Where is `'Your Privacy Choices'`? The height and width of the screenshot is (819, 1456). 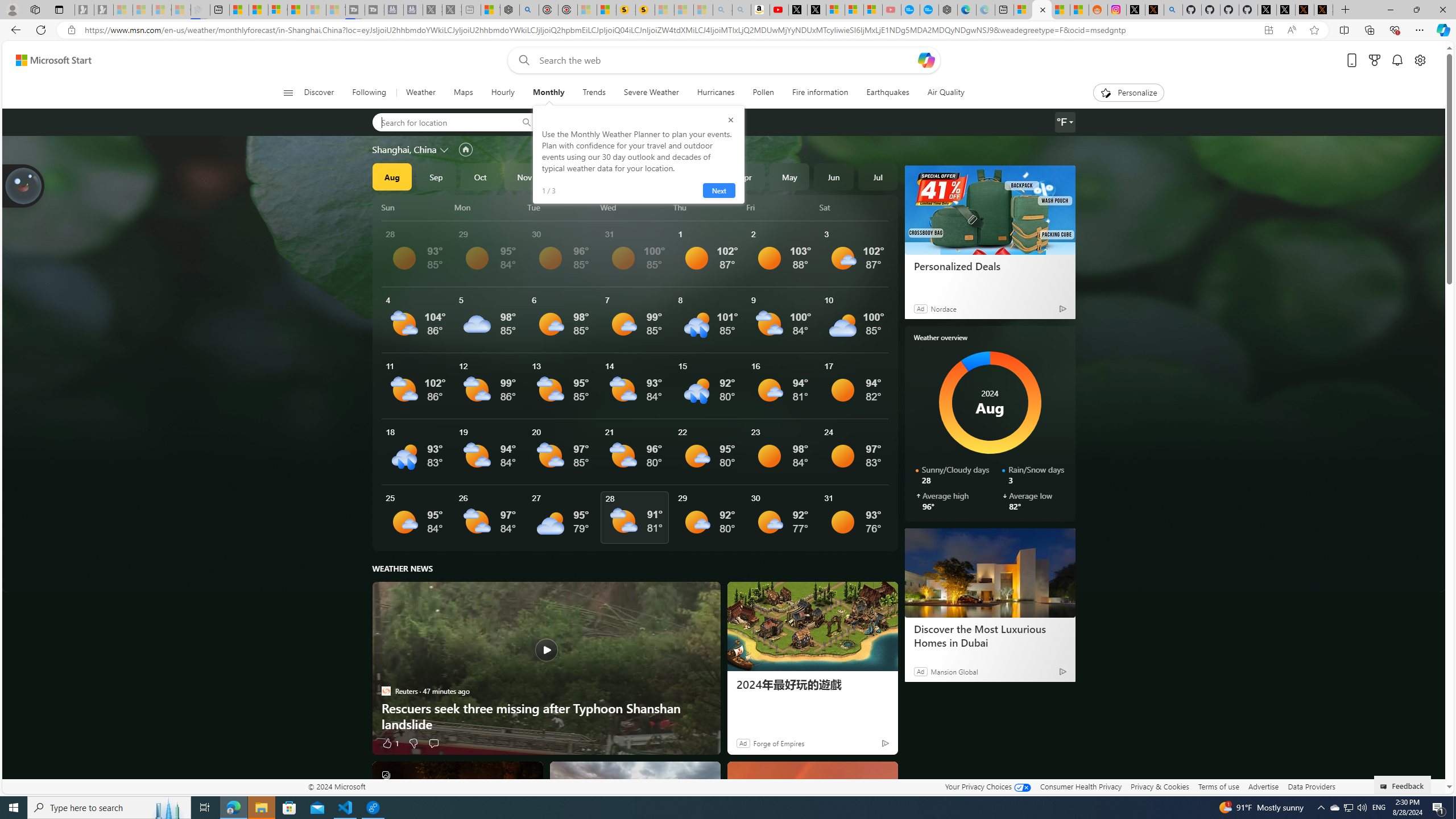
'Your Privacy Choices' is located at coordinates (987, 786).